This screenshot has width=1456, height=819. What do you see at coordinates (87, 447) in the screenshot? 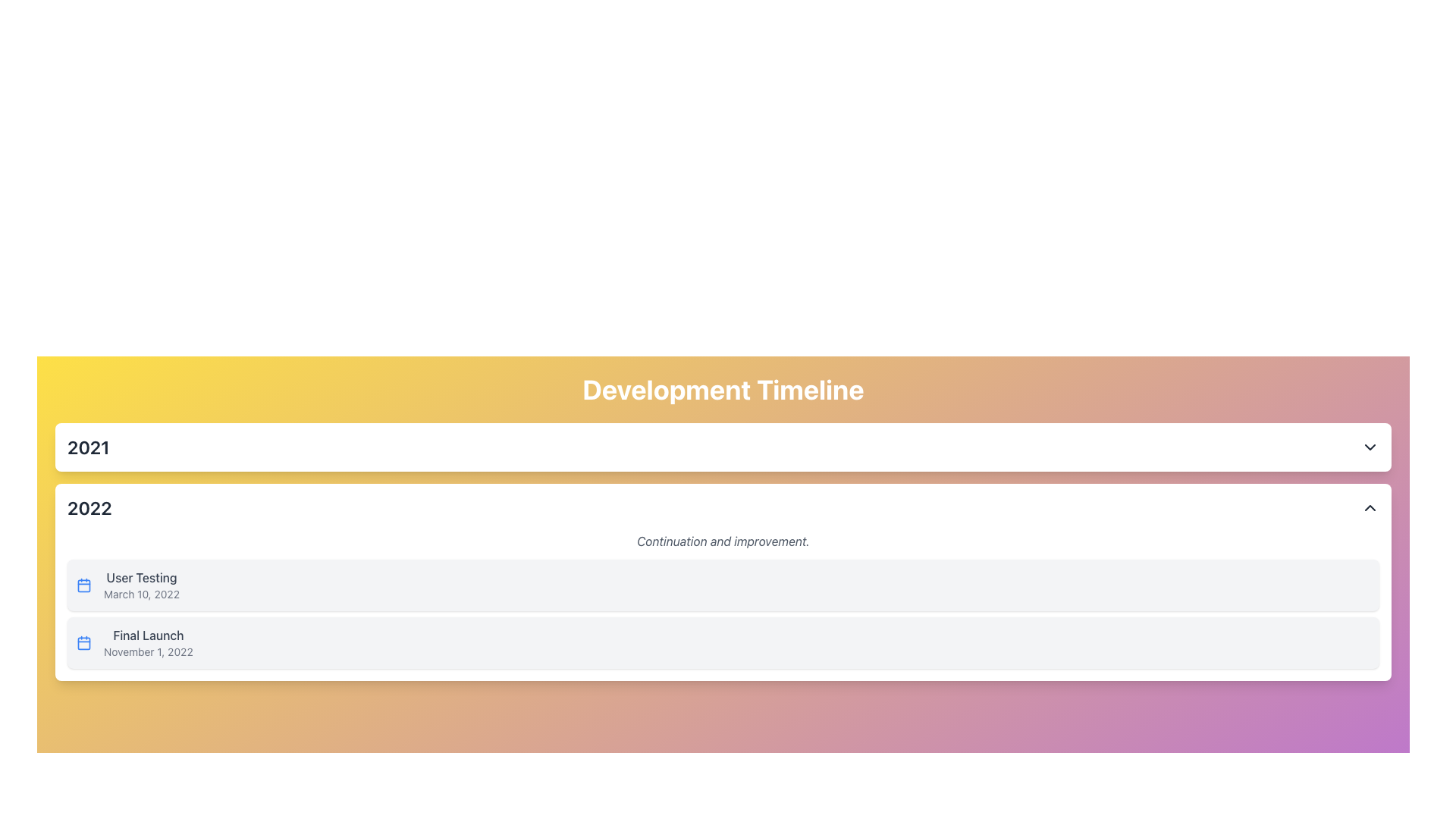
I see `the static text label displaying '2021', which is styled in bold, dark gray font on a white background, positioned in the left segment of the header above the timeline section` at bounding box center [87, 447].